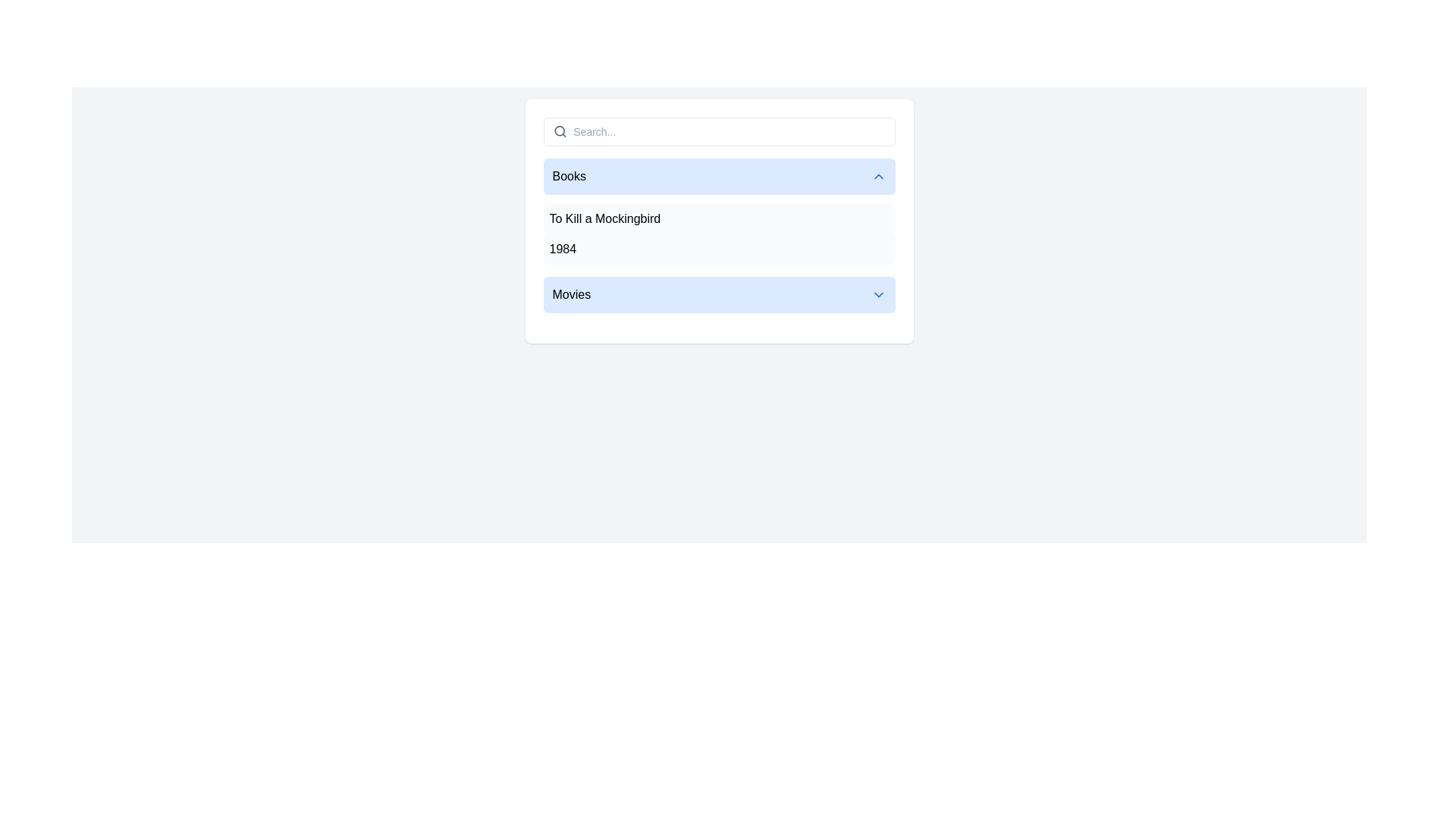 The height and width of the screenshot is (819, 1456). I want to click on the blue upward-pointing chevron icon next to the text 'Books', so click(878, 175).